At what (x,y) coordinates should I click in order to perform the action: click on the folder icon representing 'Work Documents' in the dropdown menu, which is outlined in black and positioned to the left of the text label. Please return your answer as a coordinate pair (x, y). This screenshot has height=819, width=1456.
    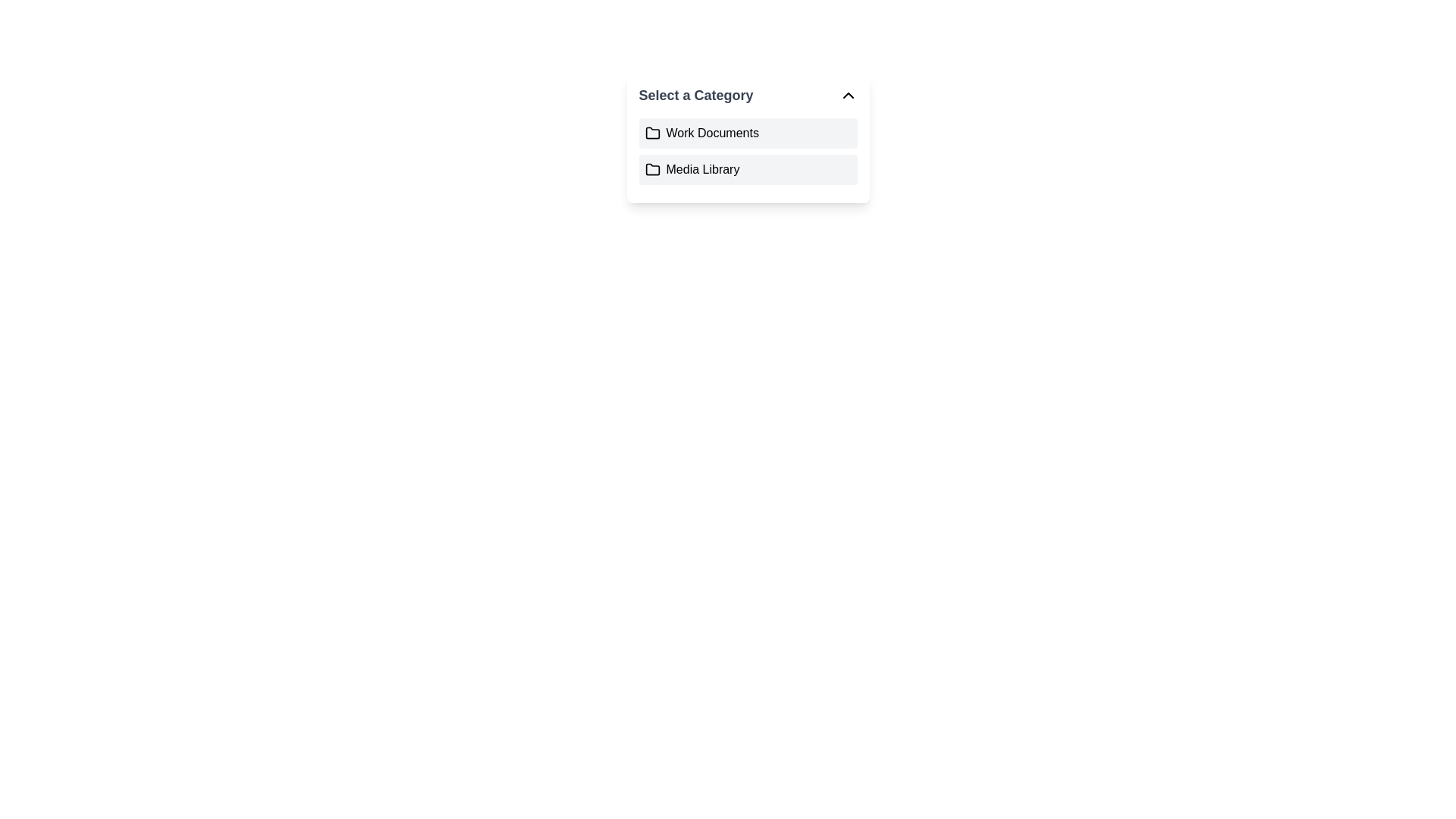
    Looking at the image, I should click on (652, 133).